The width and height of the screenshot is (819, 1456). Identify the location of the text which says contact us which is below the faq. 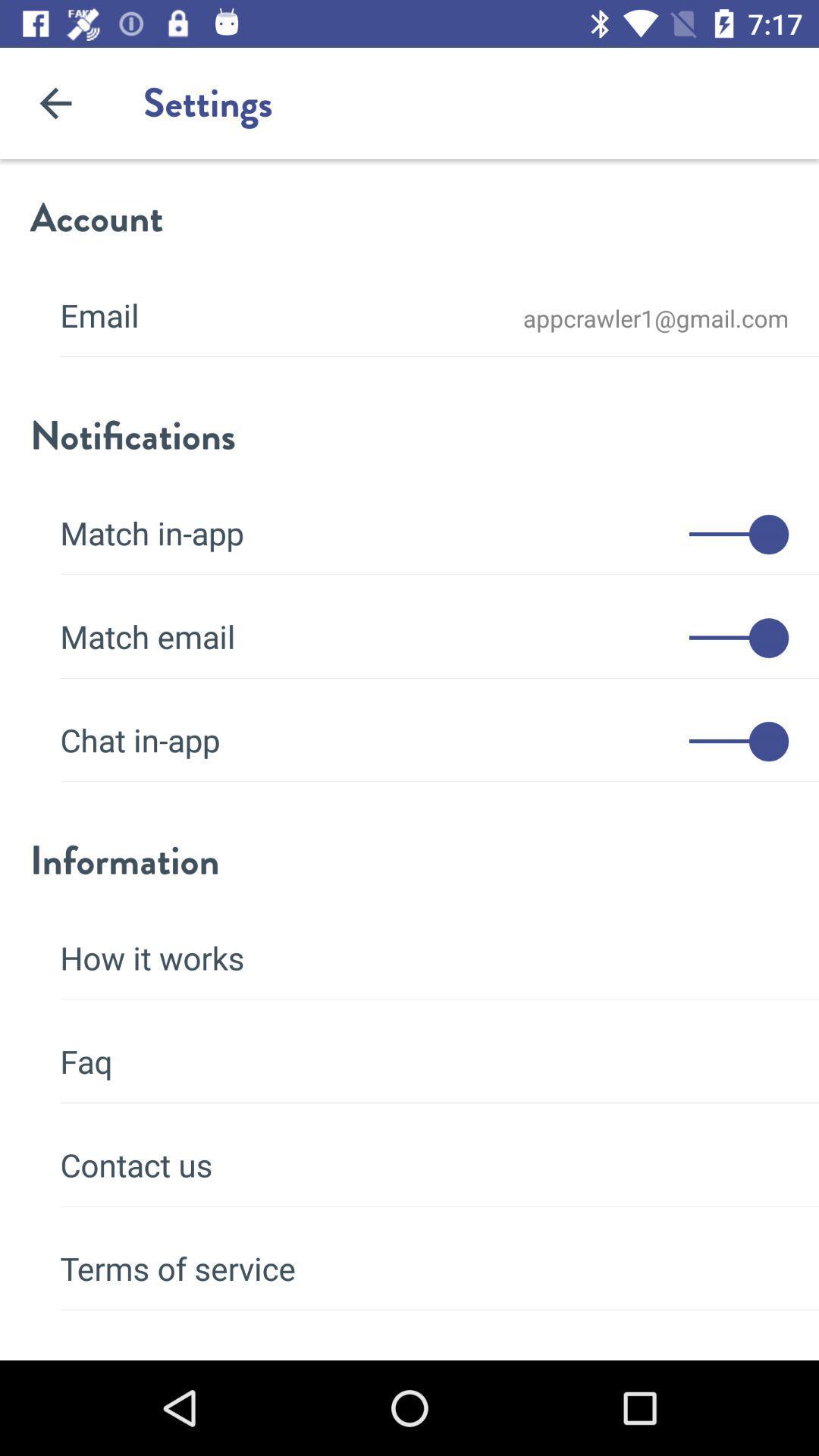
(424, 1154).